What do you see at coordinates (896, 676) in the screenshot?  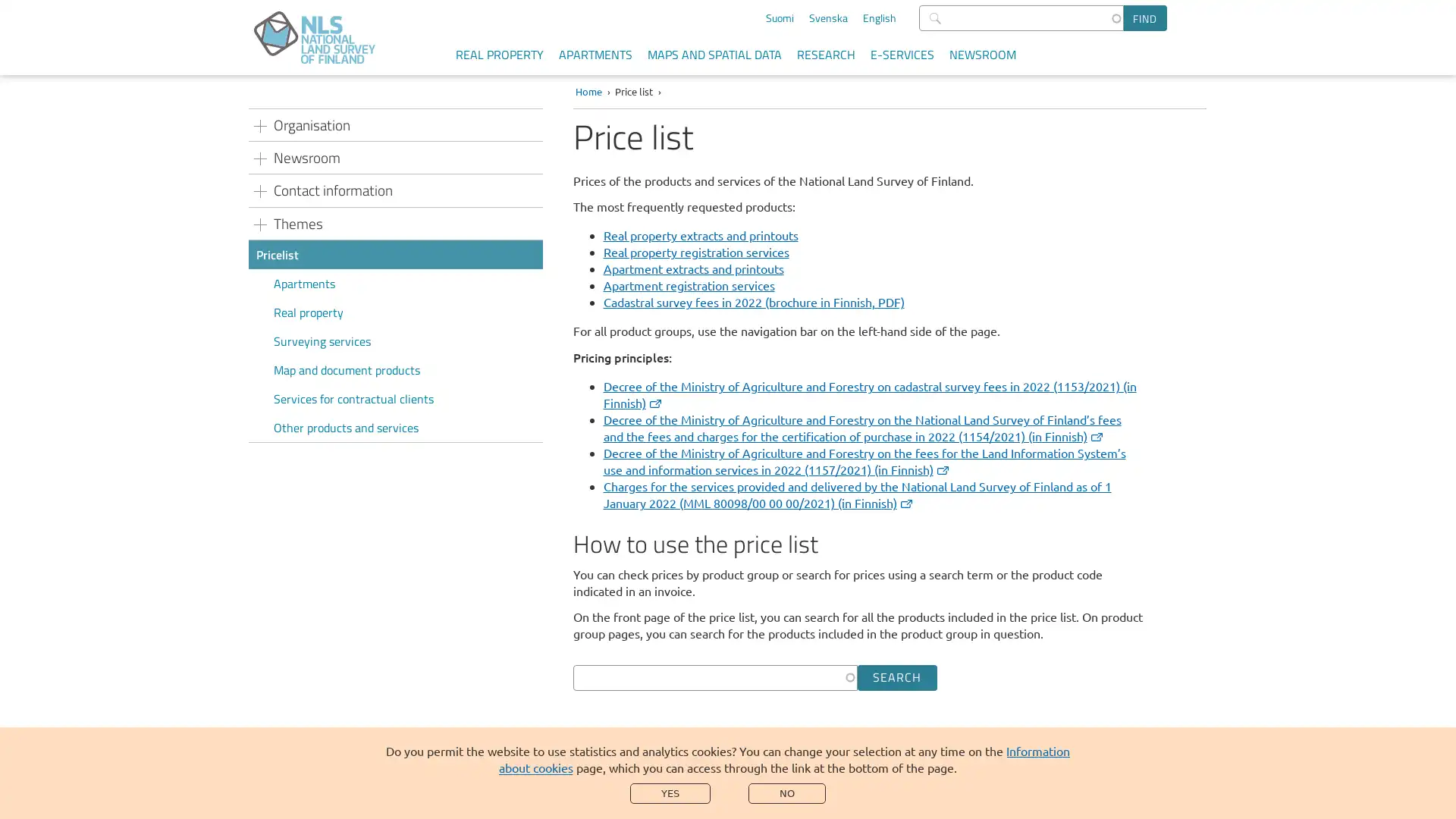 I see `Search` at bounding box center [896, 676].